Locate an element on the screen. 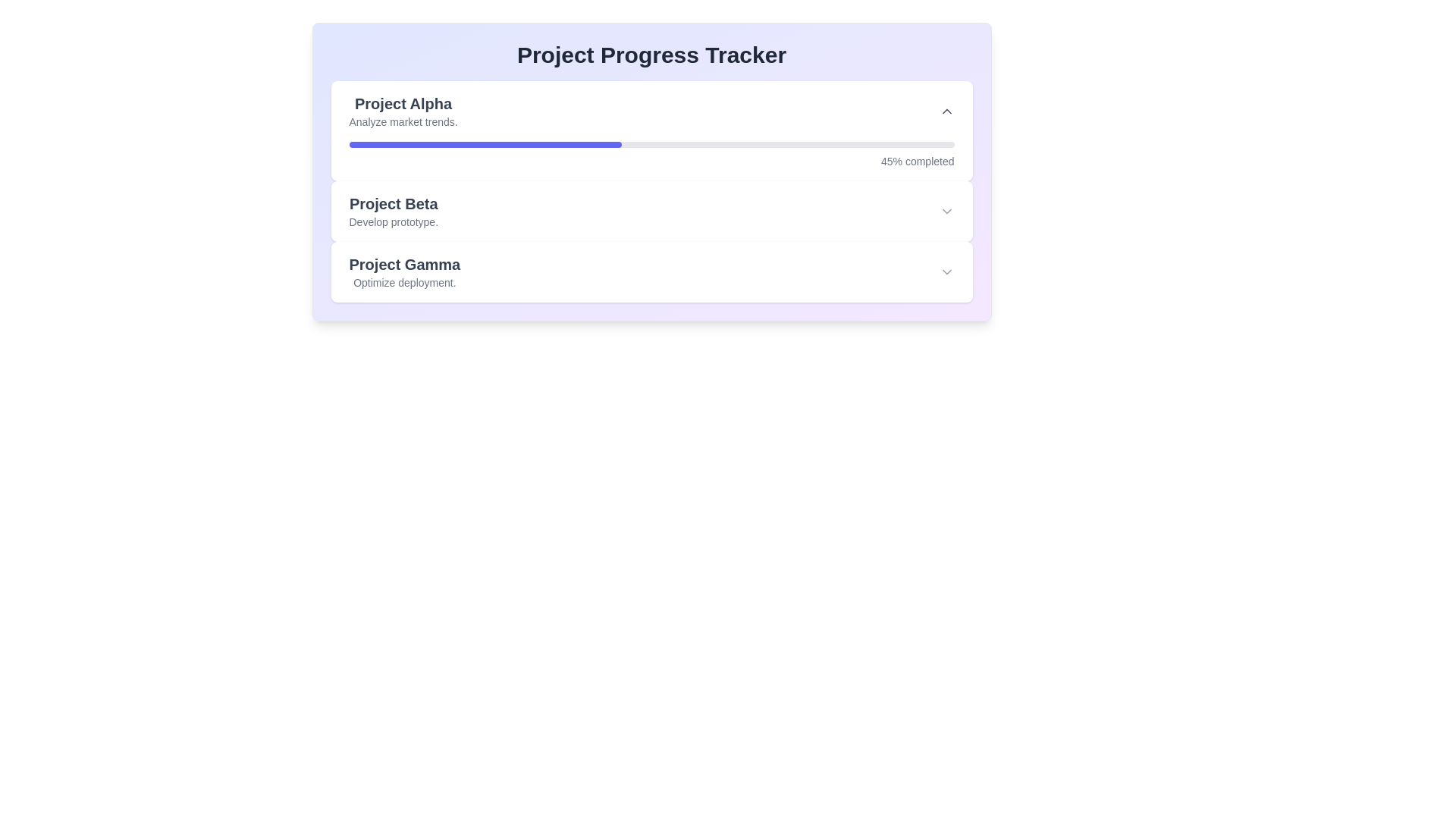  the text label reading 'Project Gamma' styled in a large and bold font, located centrally in the interface and positioned above the description 'Optimize deployment.' is located at coordinates (404, 263).